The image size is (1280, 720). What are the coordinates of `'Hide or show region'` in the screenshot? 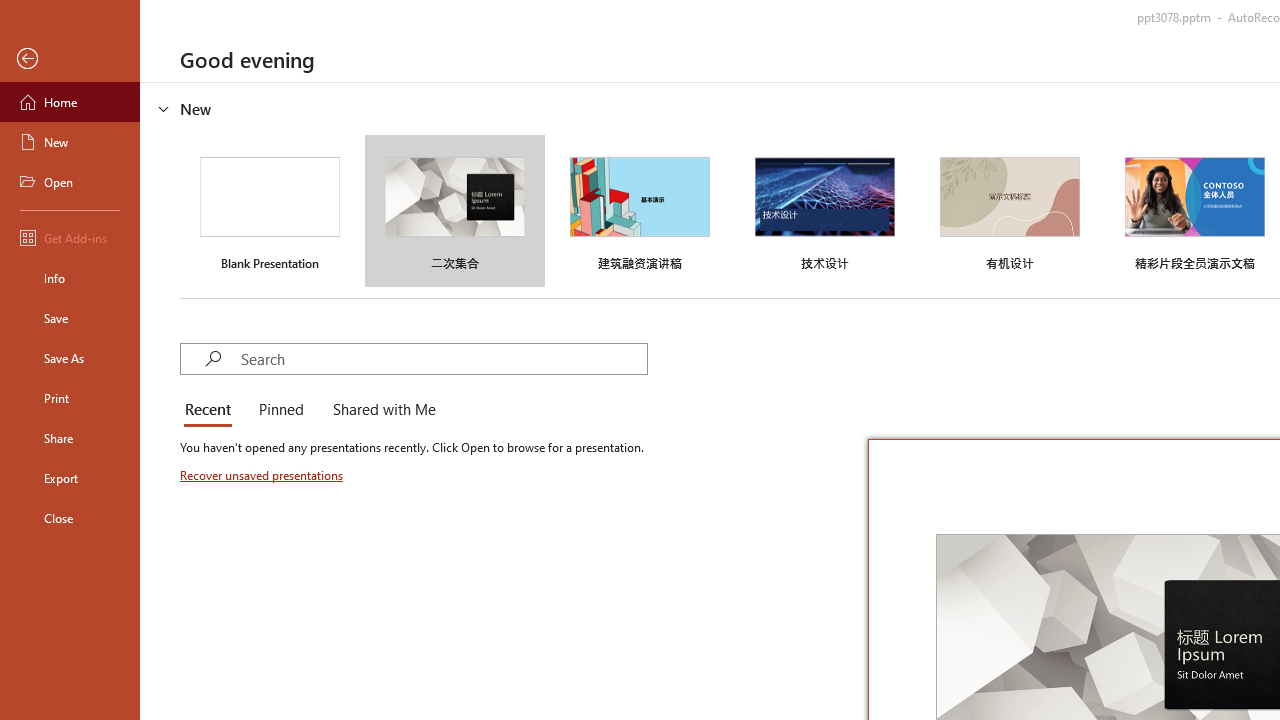 It's located at (164, 109).